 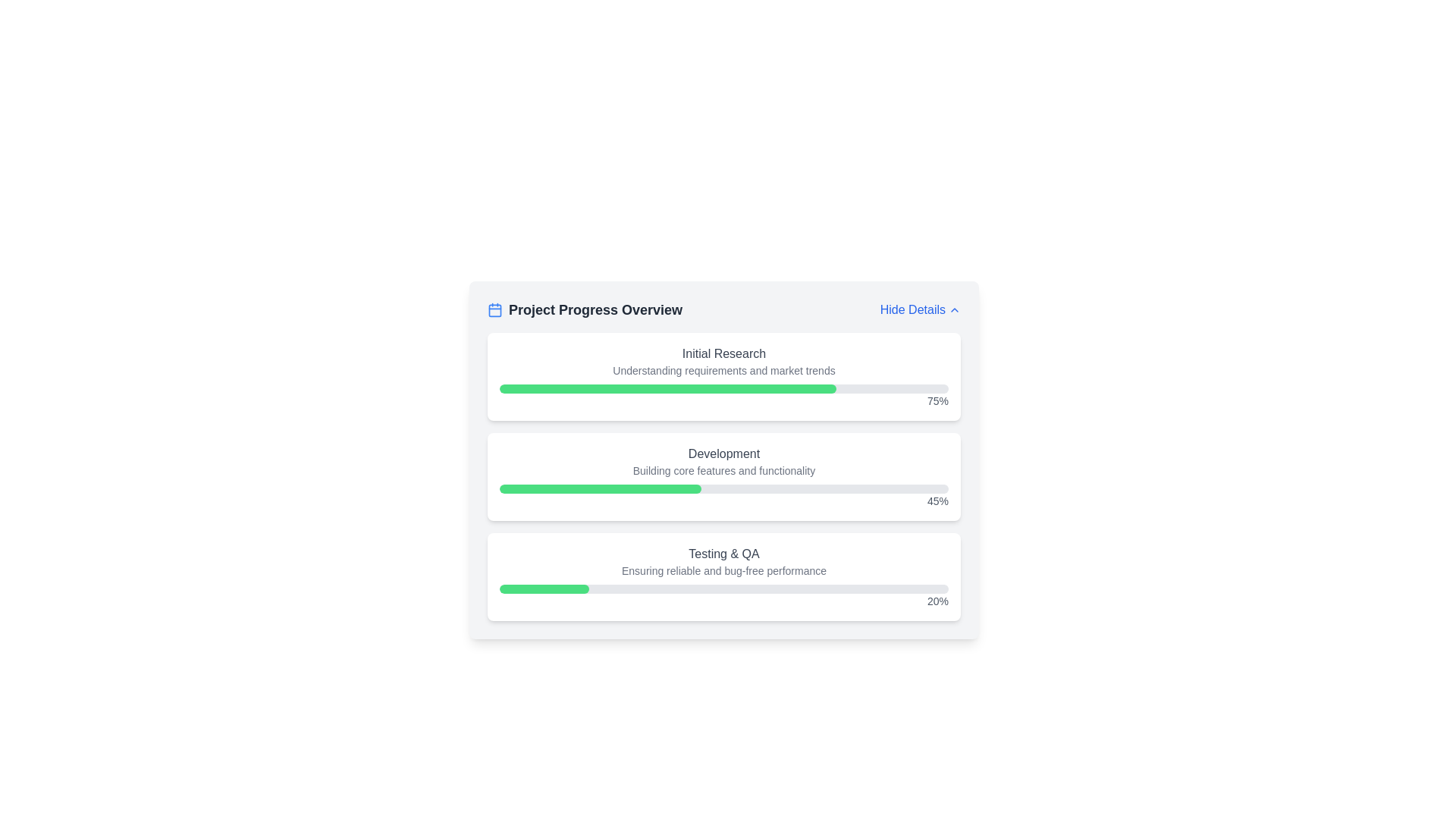 I want to click on the progress status of the green progress indicator located under the 'Development' section of the project progress overview, so click(x=600, y=488).